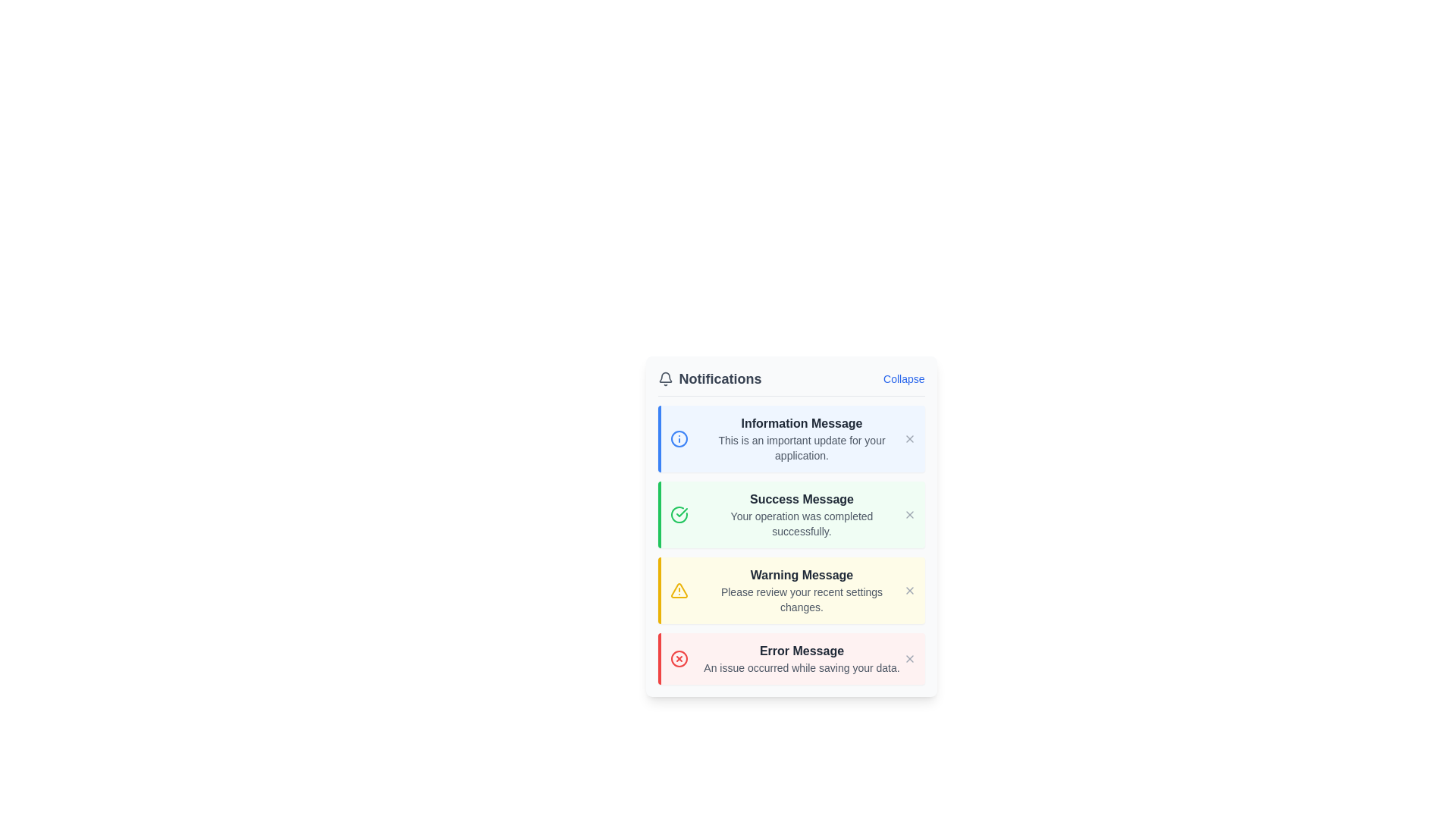 This screenshot has width=1456, height=819. Describe the element at coordinates (904, 378) in the screenshot. I see `the text-based button labeled 'Collapse' located in the top-right corner of the header section to underline it` at that location.